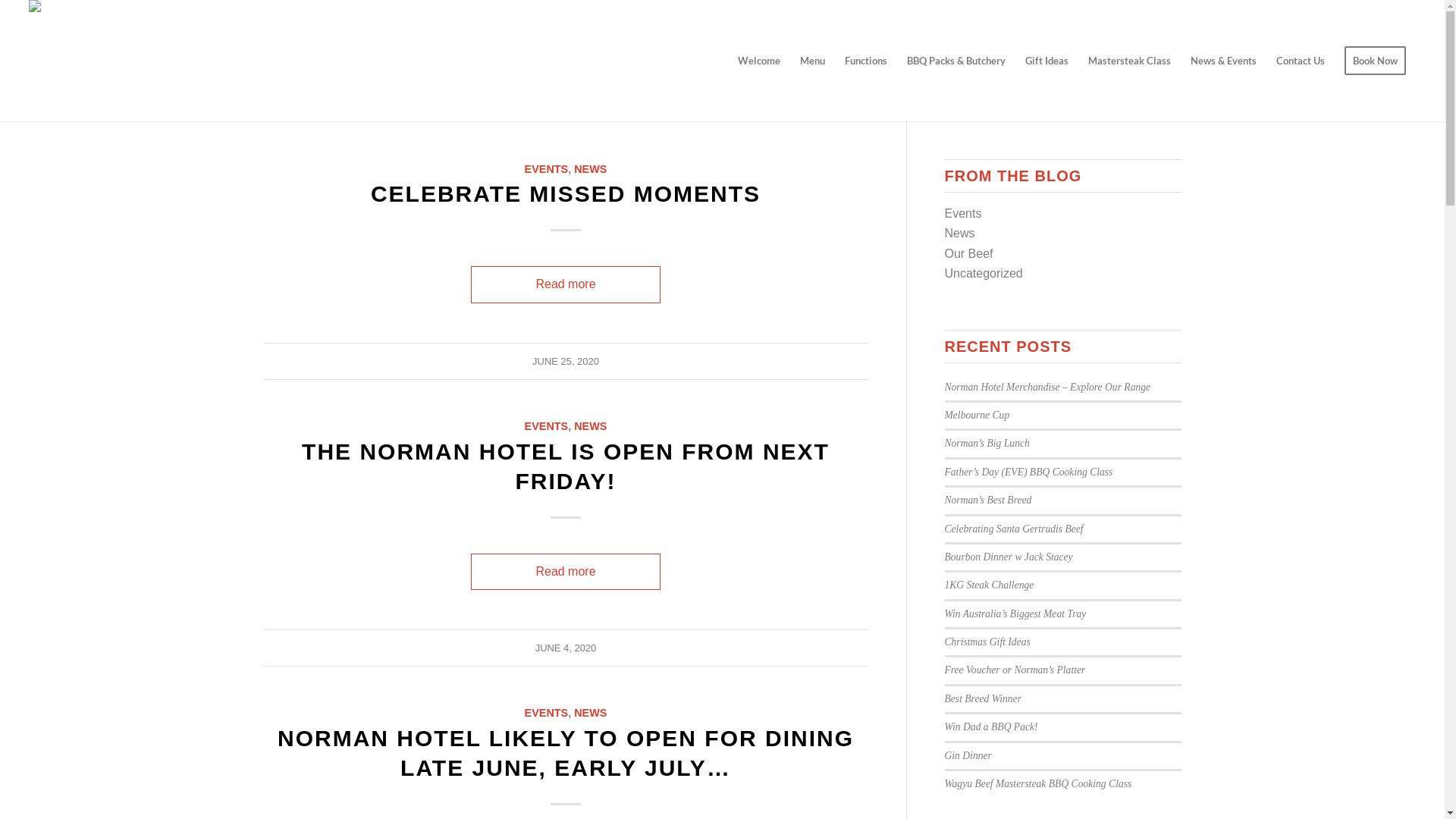 The width and height of the screenshot is (1456, 819). Describe the element at coordinates (968, 253) in the screenshot. I see `'Our Beef'` at that location.